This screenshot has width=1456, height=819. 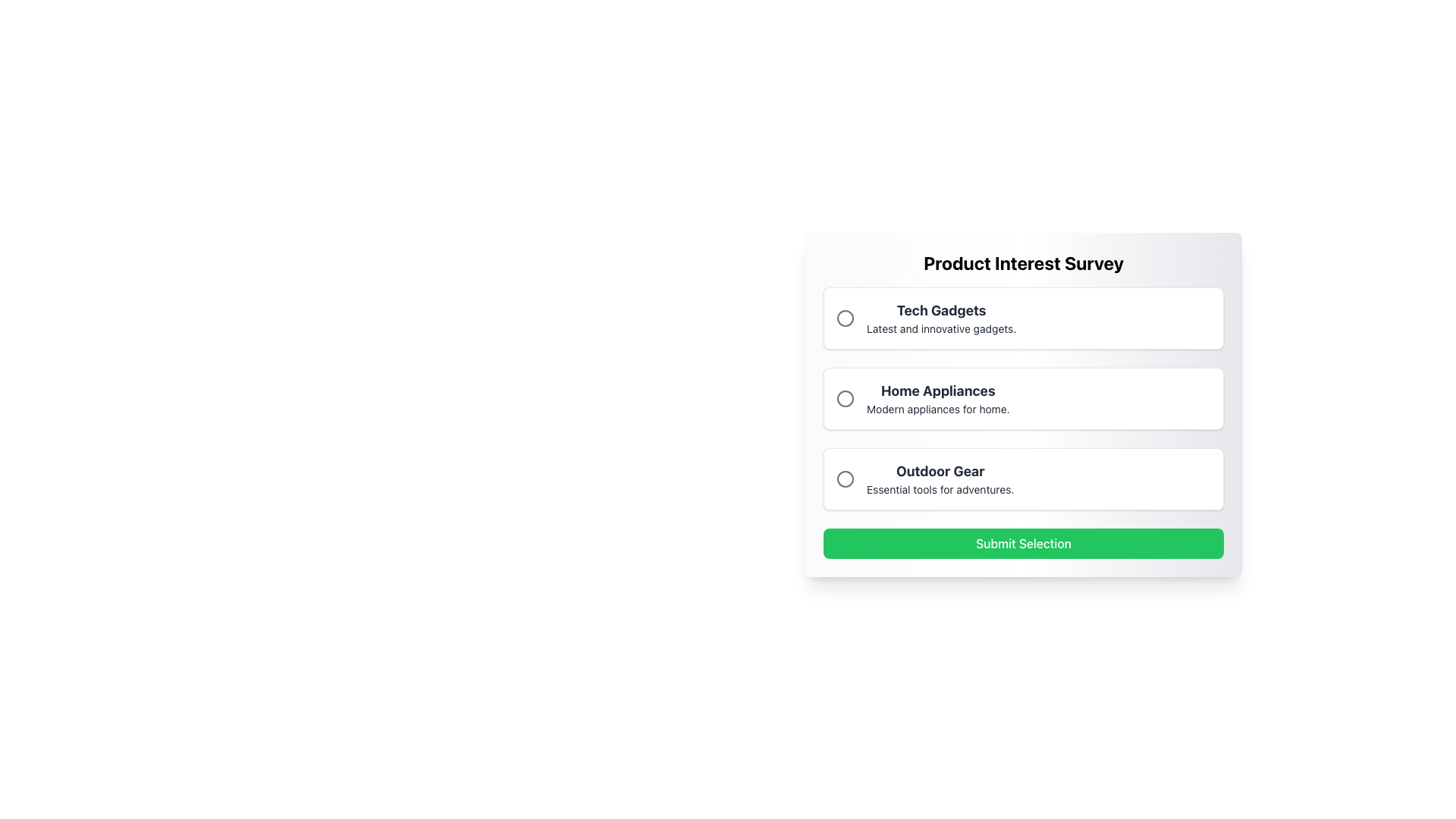 I want to click on the 'Tech Gadgets' text label, which serves as a selectable option in a survey or form, located at the top of the vertical list with a circular selection indicator to its left, so click(x=940, y=318).